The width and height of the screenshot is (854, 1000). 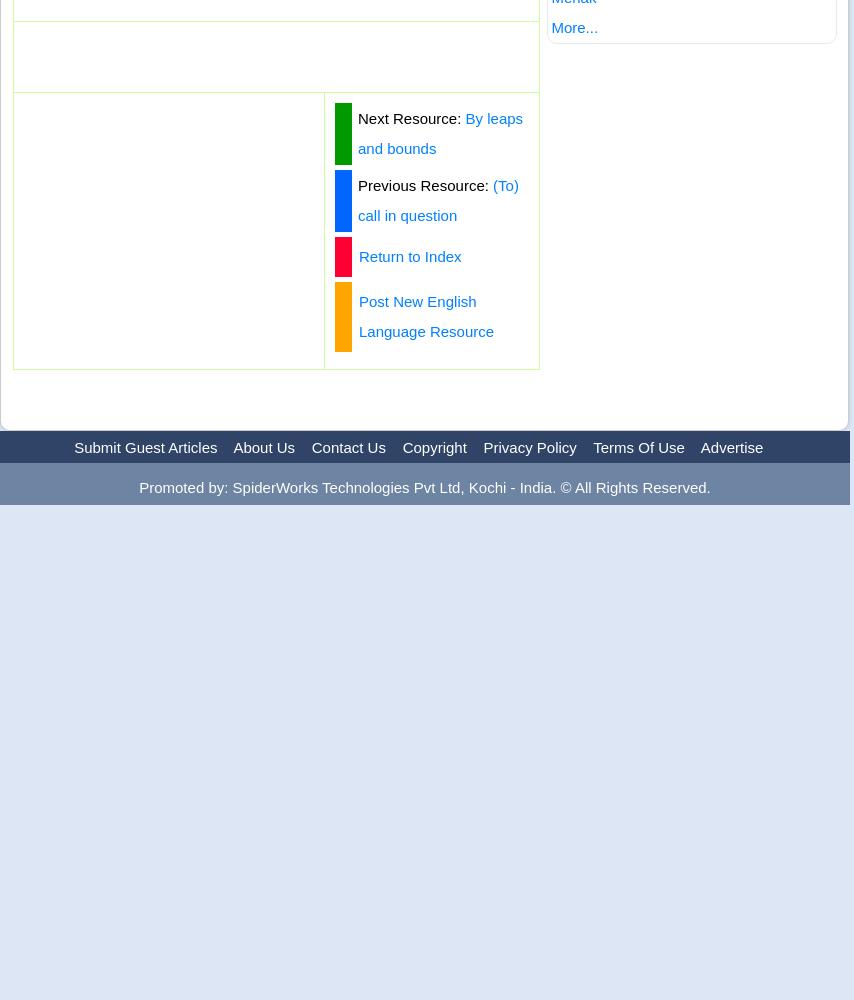 What do you see at coordinates (424, 486) in the screenshot?
I see `'Promoted by: SpiderWorks Technologies Pvt Ltd, Kochi - India. © All Rights Reserved.'` at bounding box center [424, 486].